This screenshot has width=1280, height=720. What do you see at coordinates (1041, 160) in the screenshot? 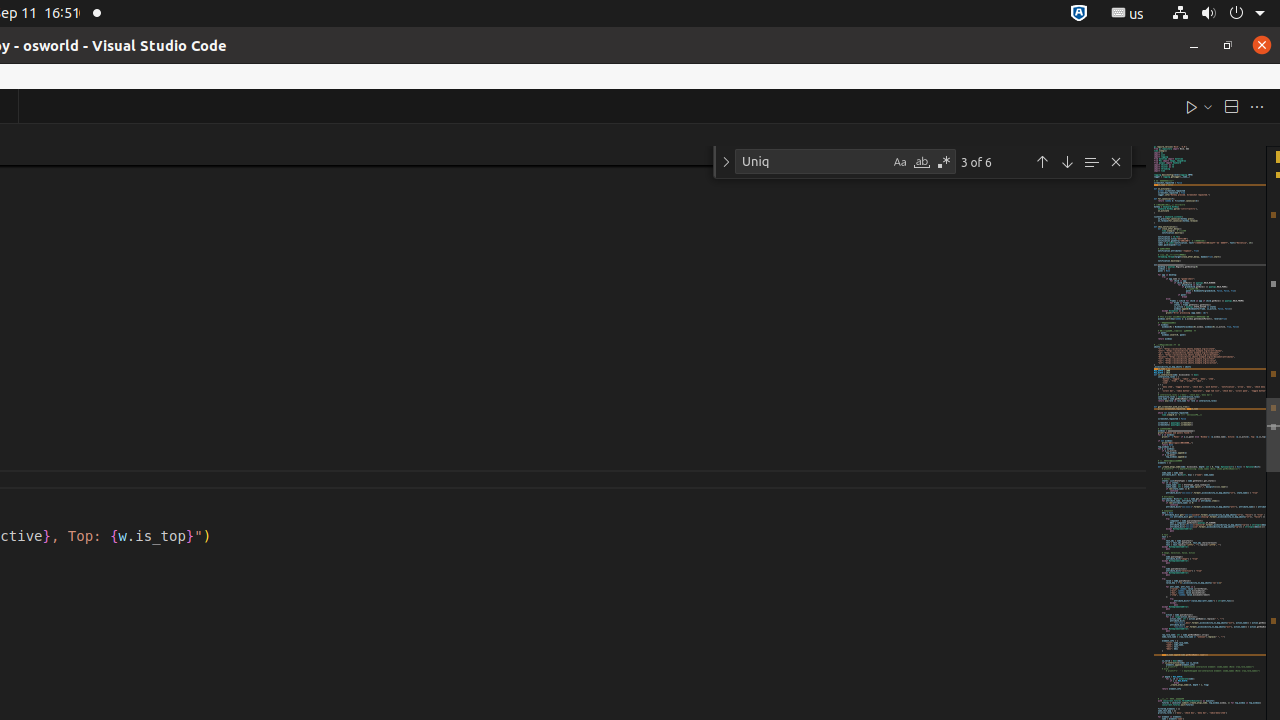
I see `'Previous Match (Shift+Enter)'` at bounding box center [1041, 160].